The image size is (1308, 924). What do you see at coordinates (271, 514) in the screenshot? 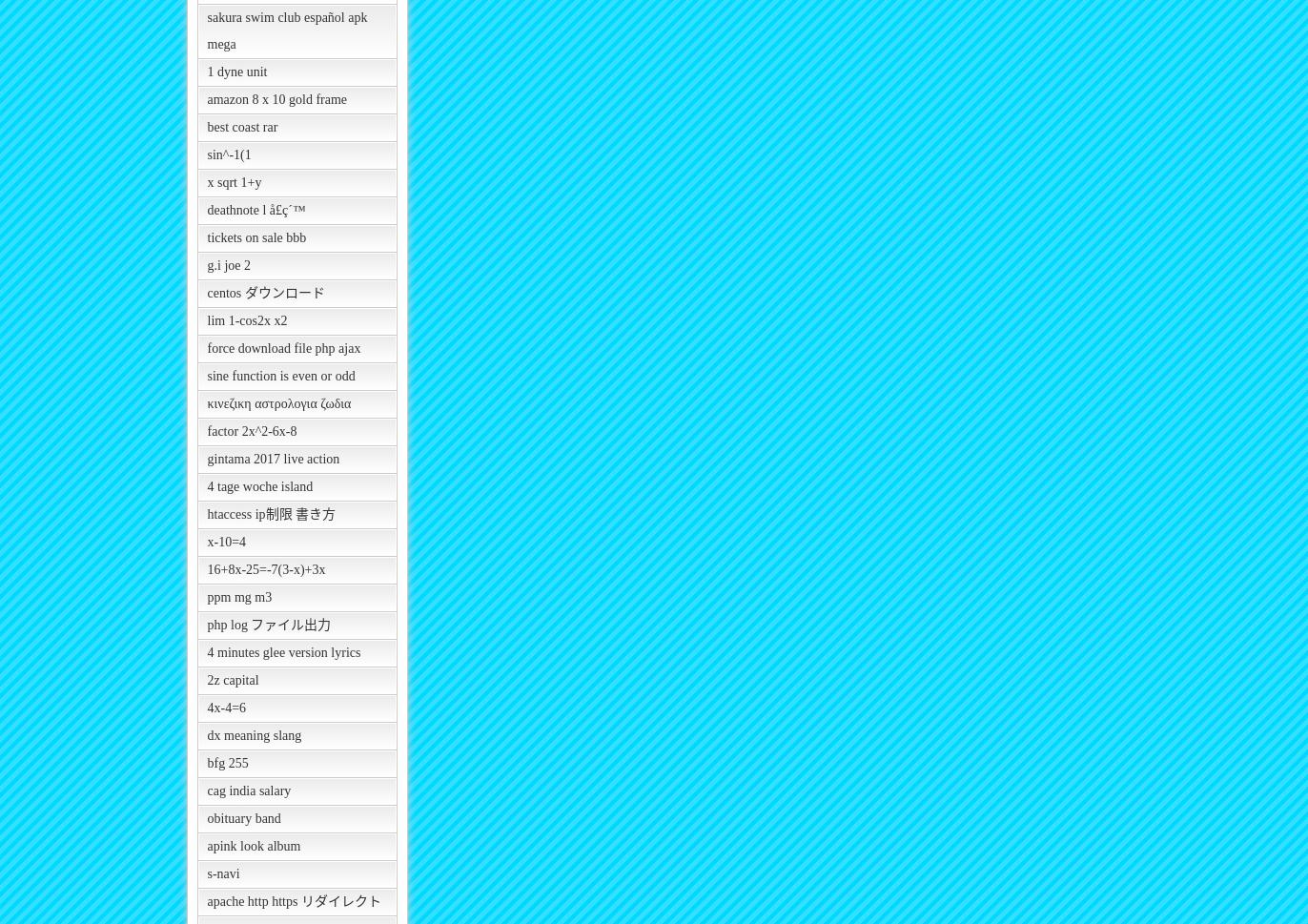
I see `'htaccess ip制限 書き方'` at bounding box center [271, 514].